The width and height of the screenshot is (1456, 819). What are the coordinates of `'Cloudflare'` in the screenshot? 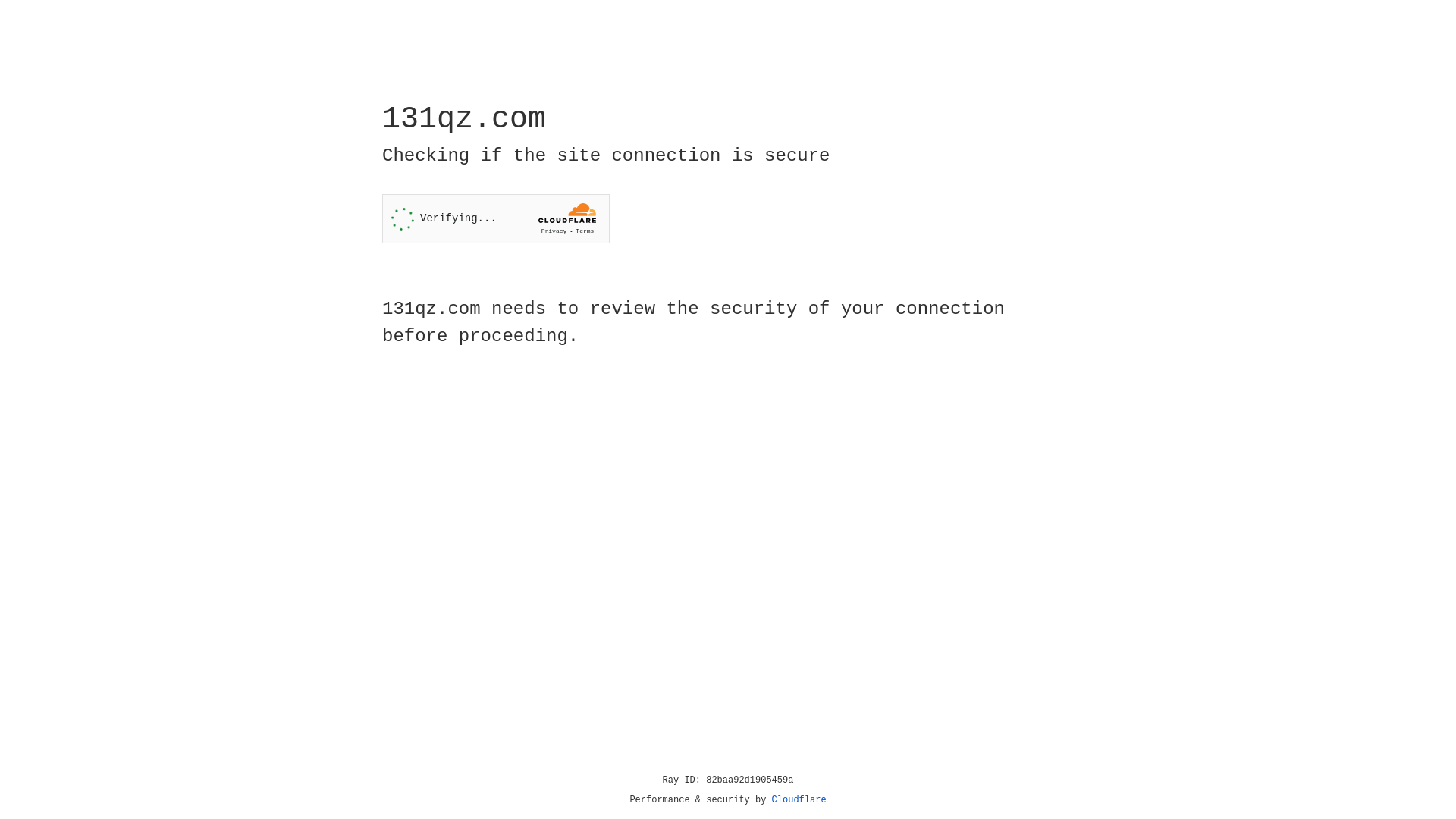 It's located at (799, 799).